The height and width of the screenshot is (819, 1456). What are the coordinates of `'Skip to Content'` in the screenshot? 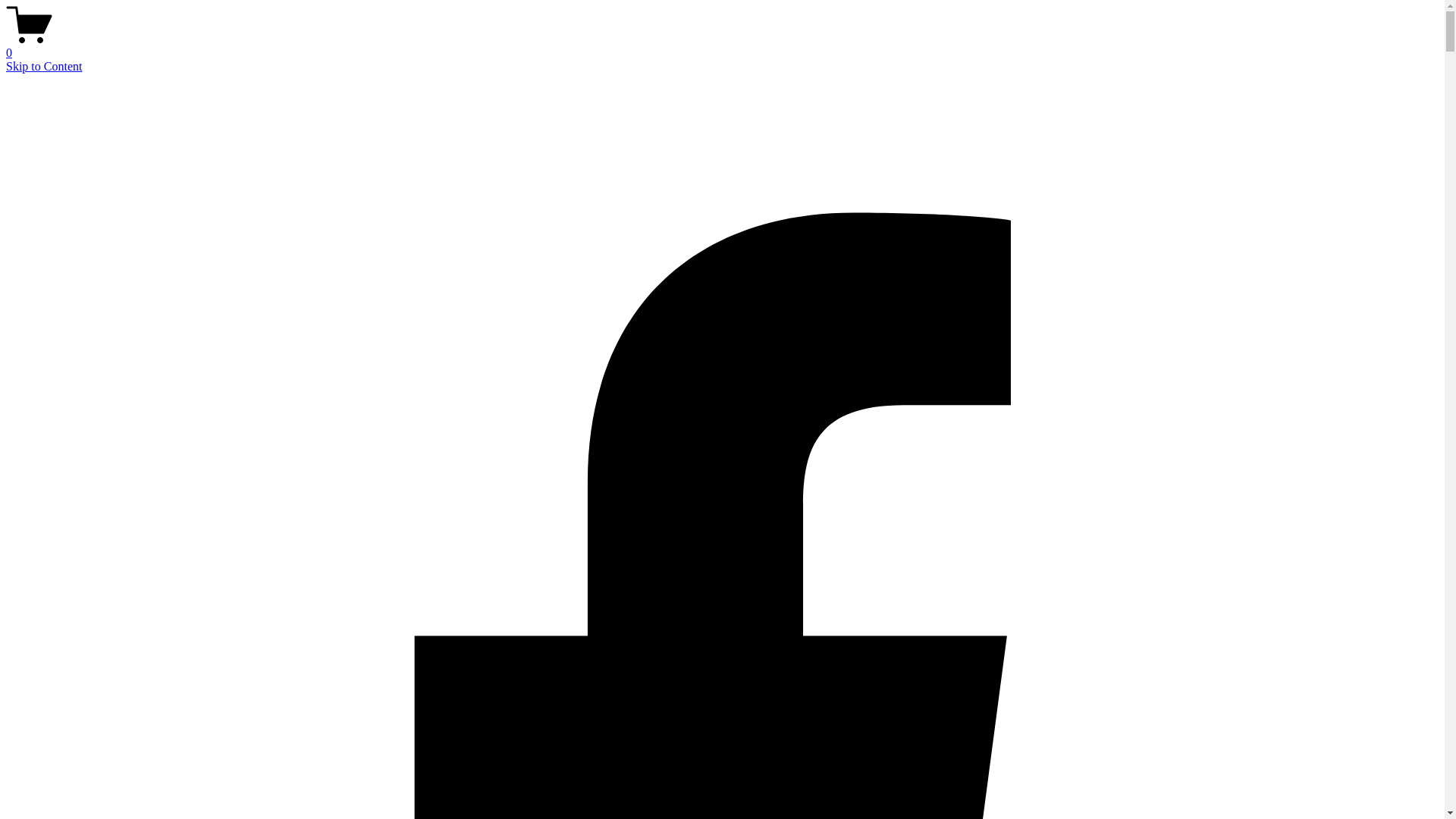 It's located at (6, 65).